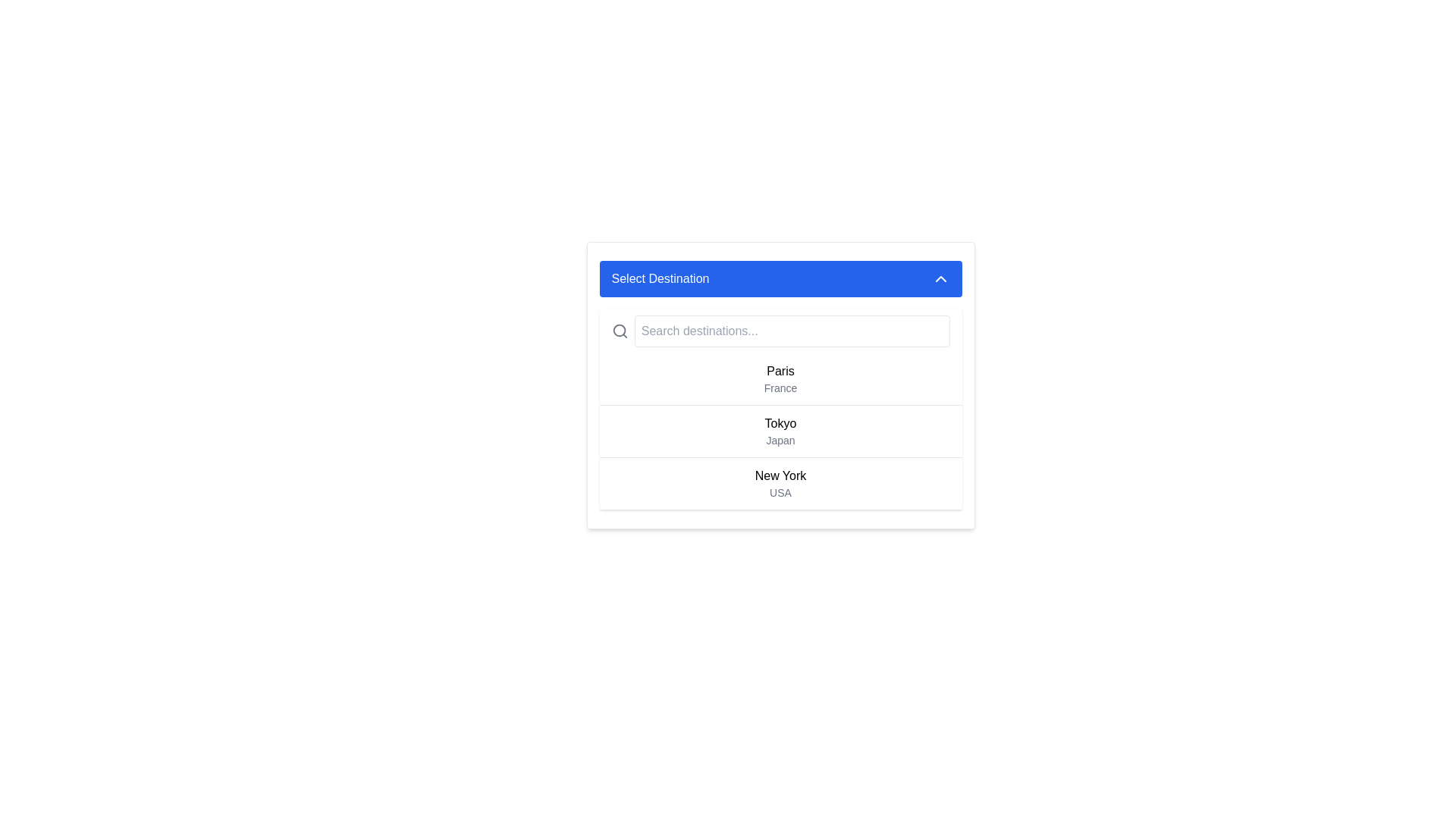 The image size is (1456, 819). Describe the element at coordinates (780, 493) in the screenshot. I see `the text label element displaying the country corresponding to 'New York' within the 'Select Destination' dropdown list` at that location.